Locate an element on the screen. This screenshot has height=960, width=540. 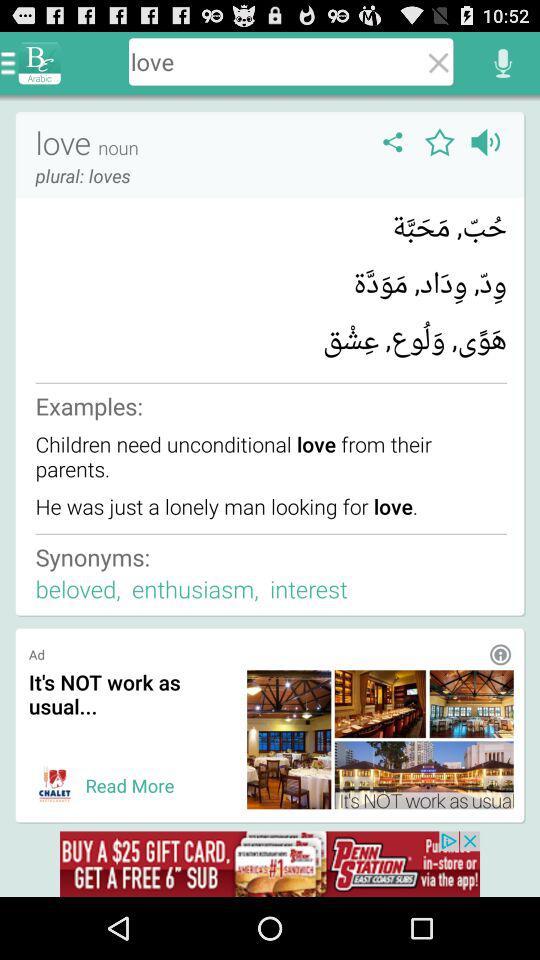
banner is located at coordinates (55, 785).